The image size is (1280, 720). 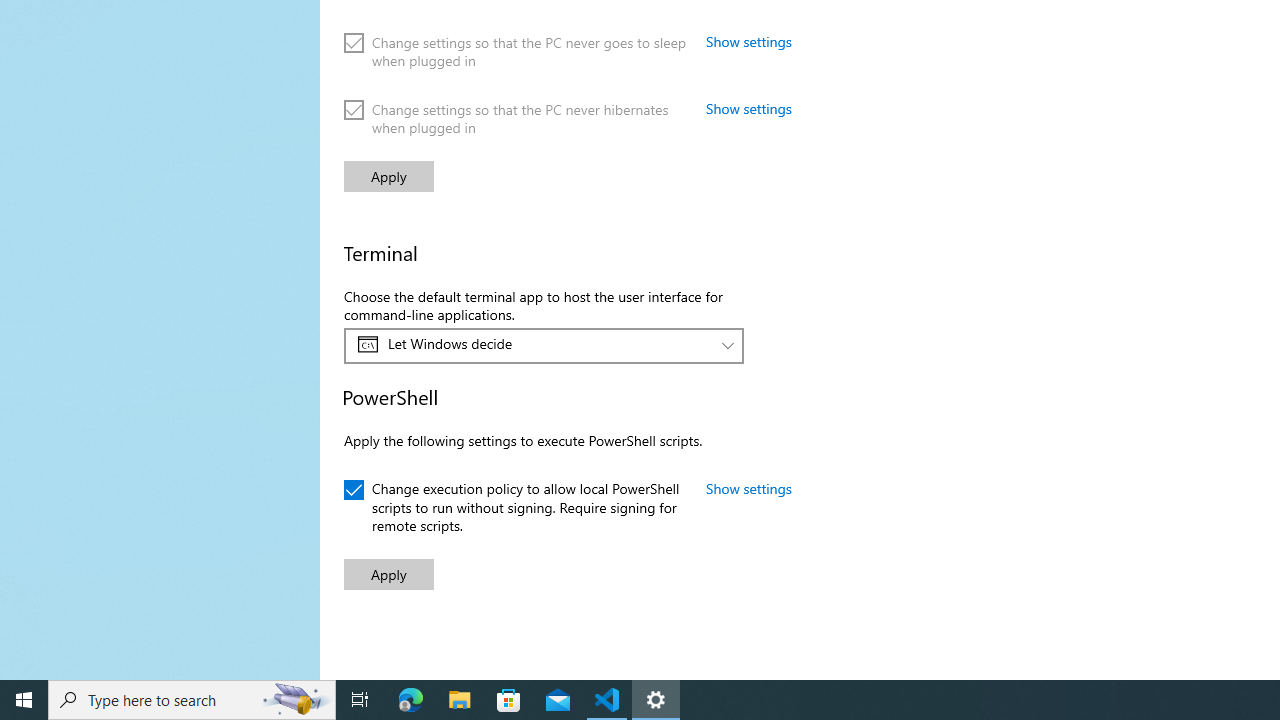 What do you see at coordinates (459, 698) in the screenshot?
I see `'File Explorer'` at bounding box center [459, 698].